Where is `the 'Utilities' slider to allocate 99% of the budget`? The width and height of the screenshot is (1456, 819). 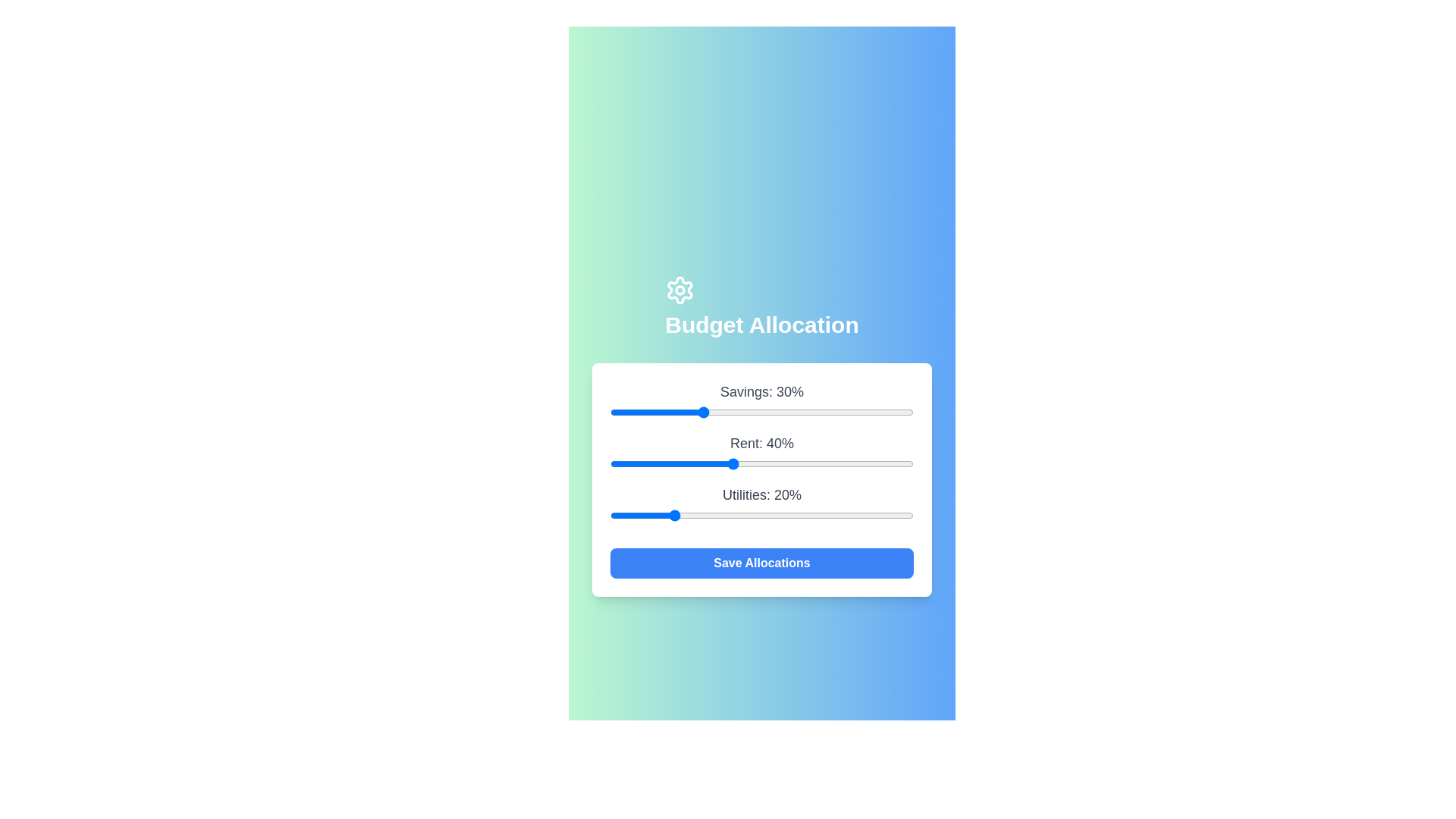 the 'Utilities' slider to allocate 99% of the budget is located at coordinates (910, 514).